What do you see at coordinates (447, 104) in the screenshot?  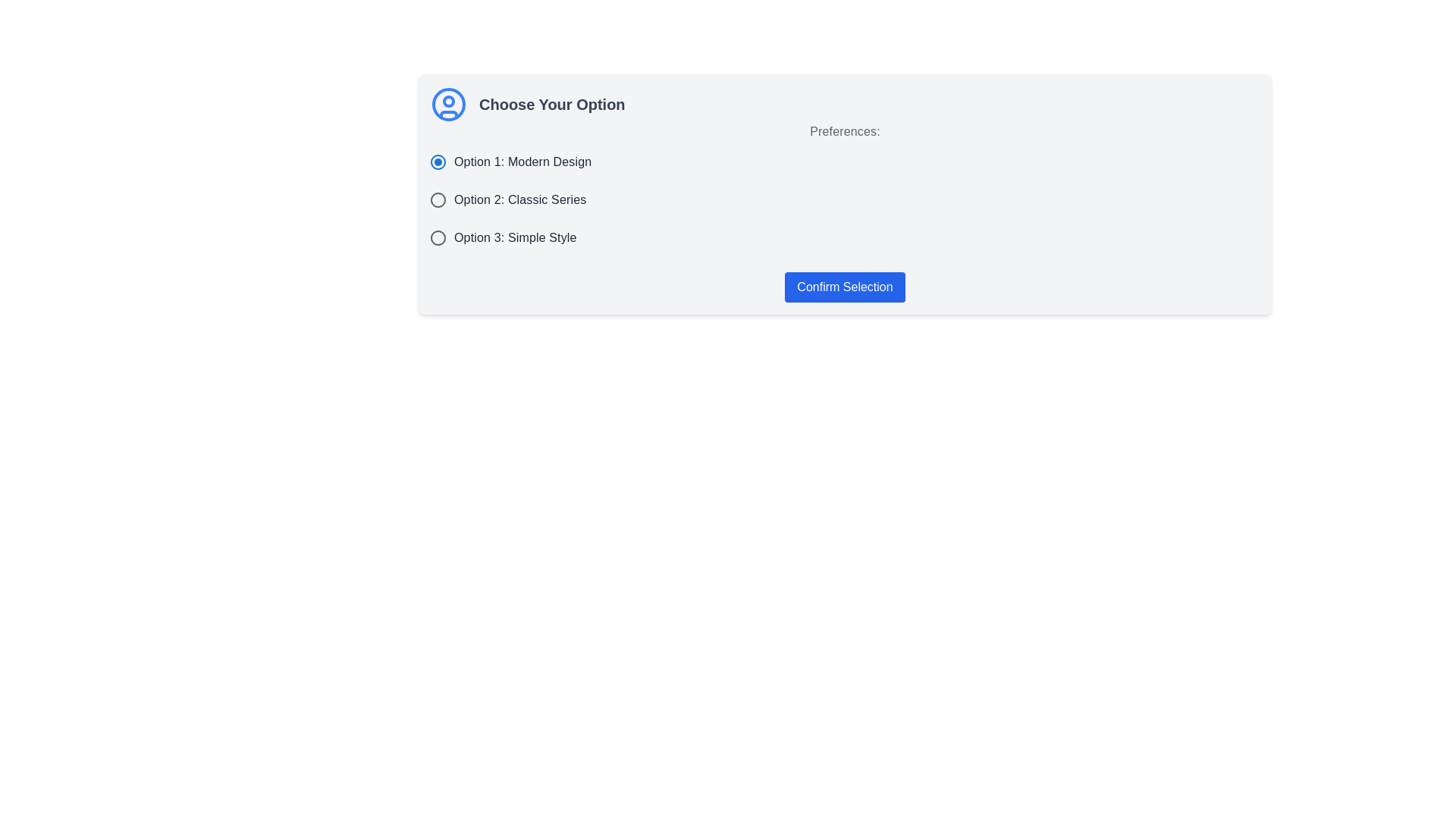 I see `the user avatar icon, which is a blue circular graphic located to the left of the text 'Choose Your Option'` at bounding box center [447, 104].